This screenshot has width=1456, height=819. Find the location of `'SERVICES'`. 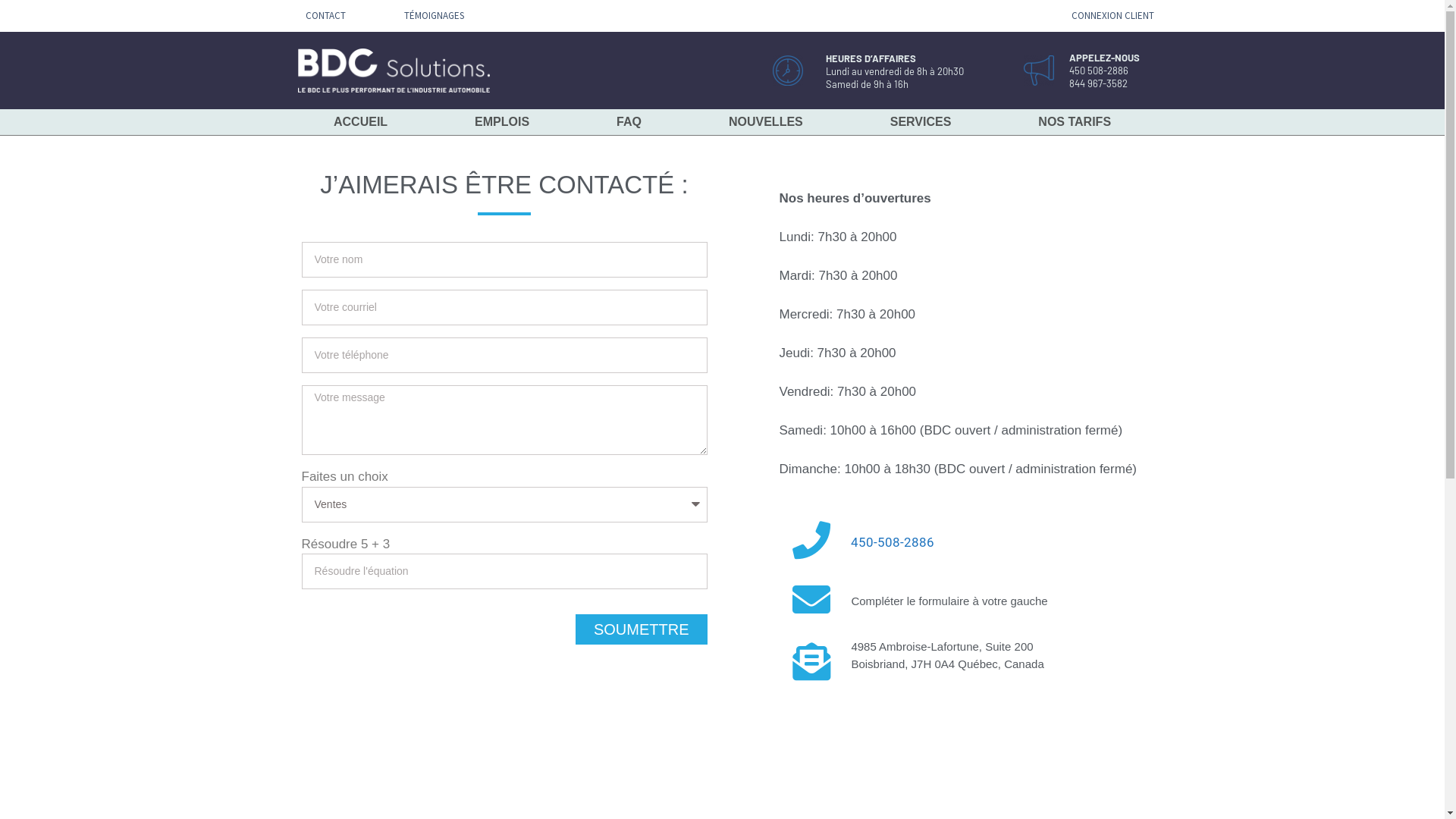

'SERVICES' is located at coordinates (920, 121).